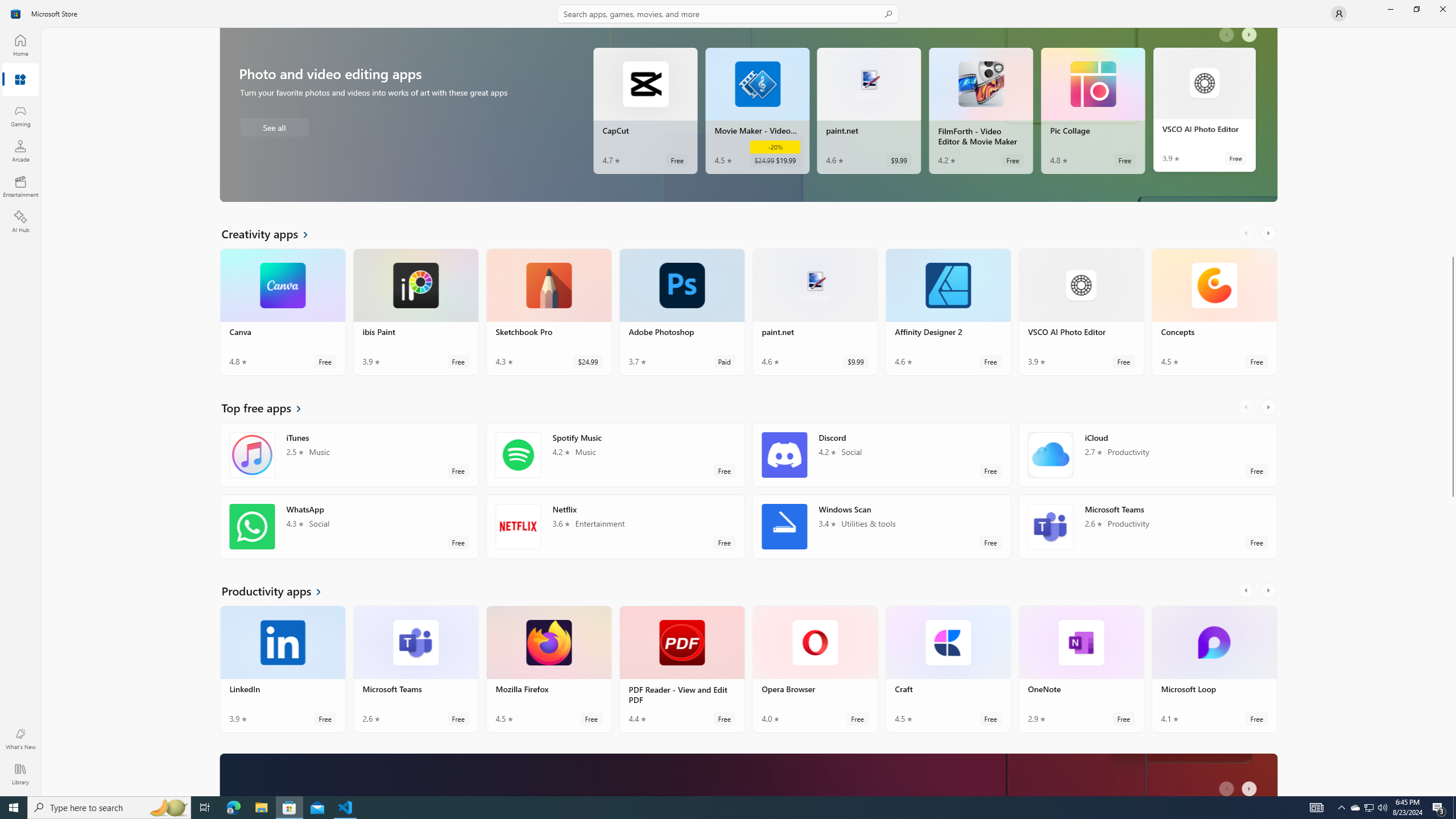 The width and height of the screenshot is (1456, 819). Describe the element at coordinates (274, 126) in the screenshot. I see `'See all  Photo and video editing apps'` at that location.